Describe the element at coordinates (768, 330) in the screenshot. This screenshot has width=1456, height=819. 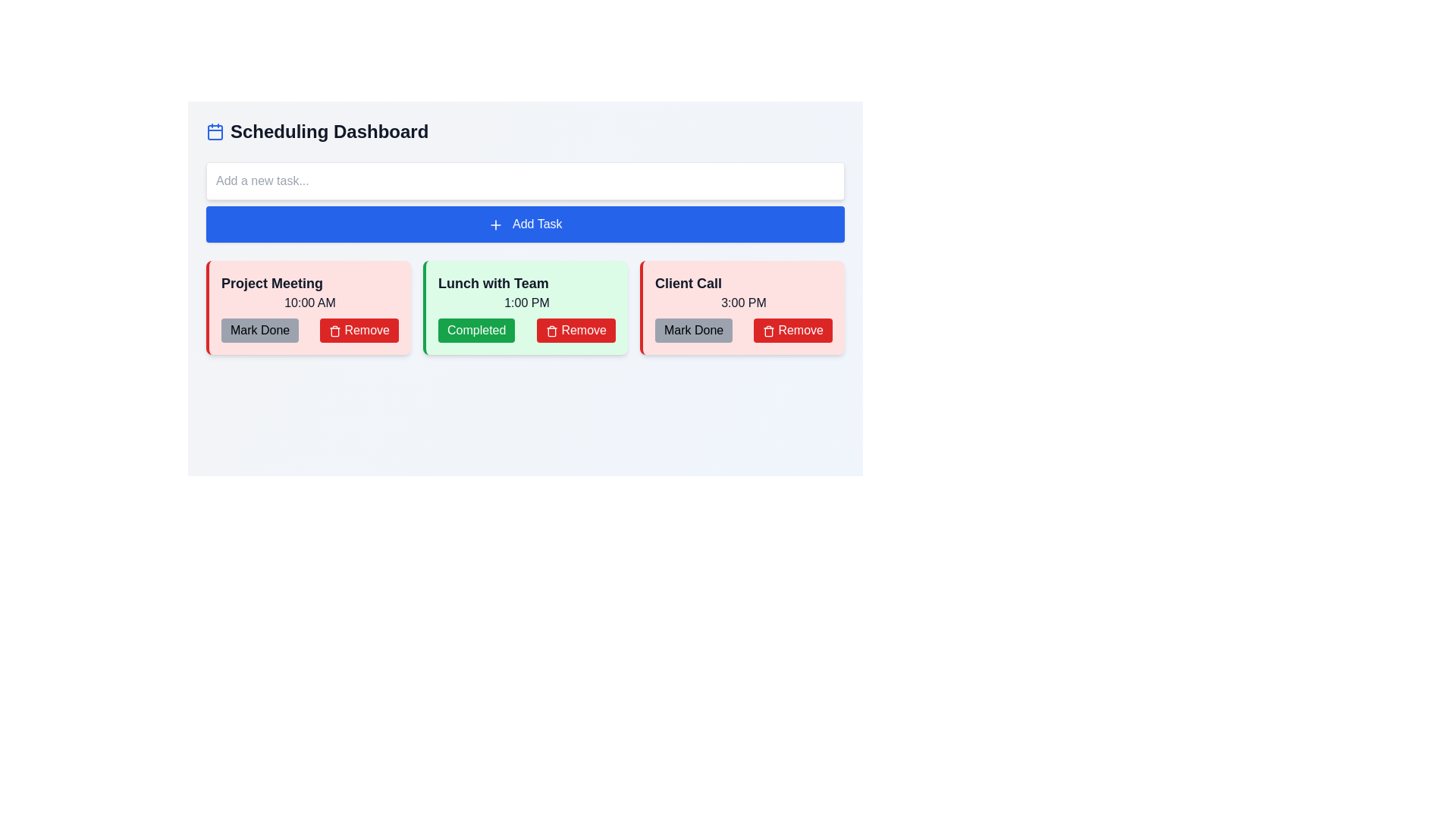
I see `the 'Remove' icon associated with the 'Lunch with Team' card in the central column of the dashboard` at that location.